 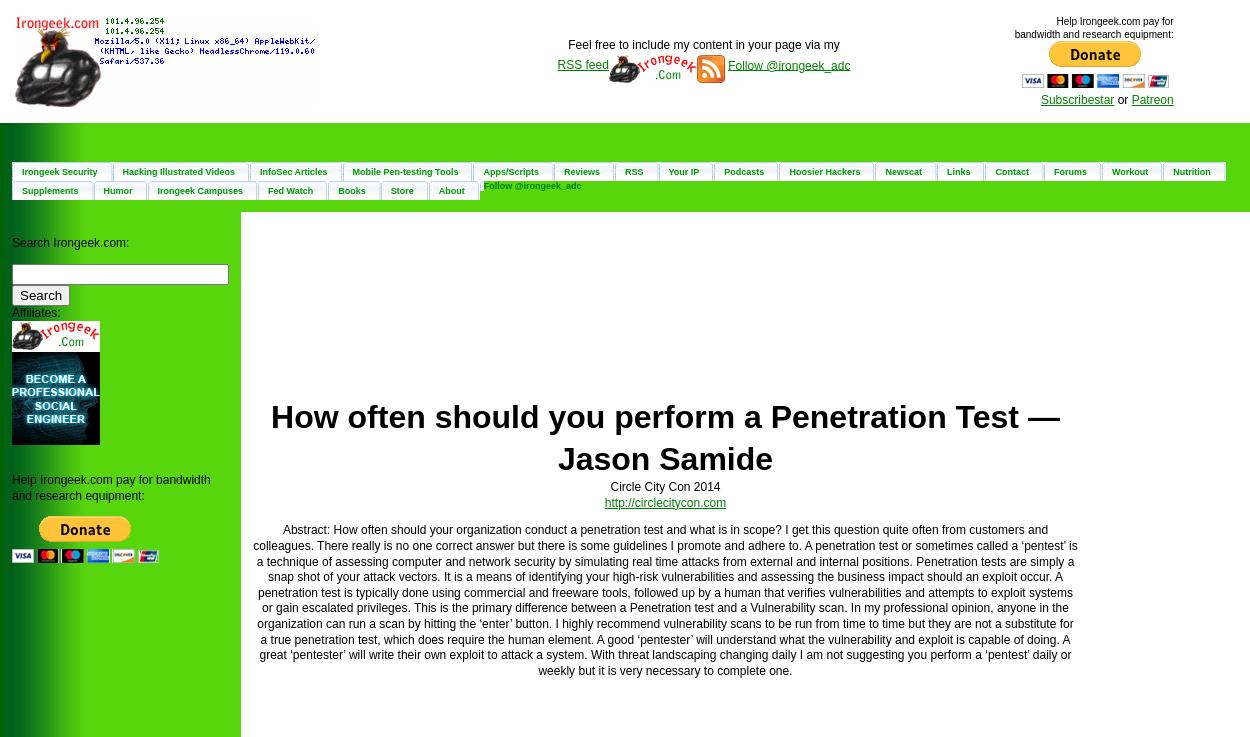 I want to click on 'or', so click(x=1121, y=97).